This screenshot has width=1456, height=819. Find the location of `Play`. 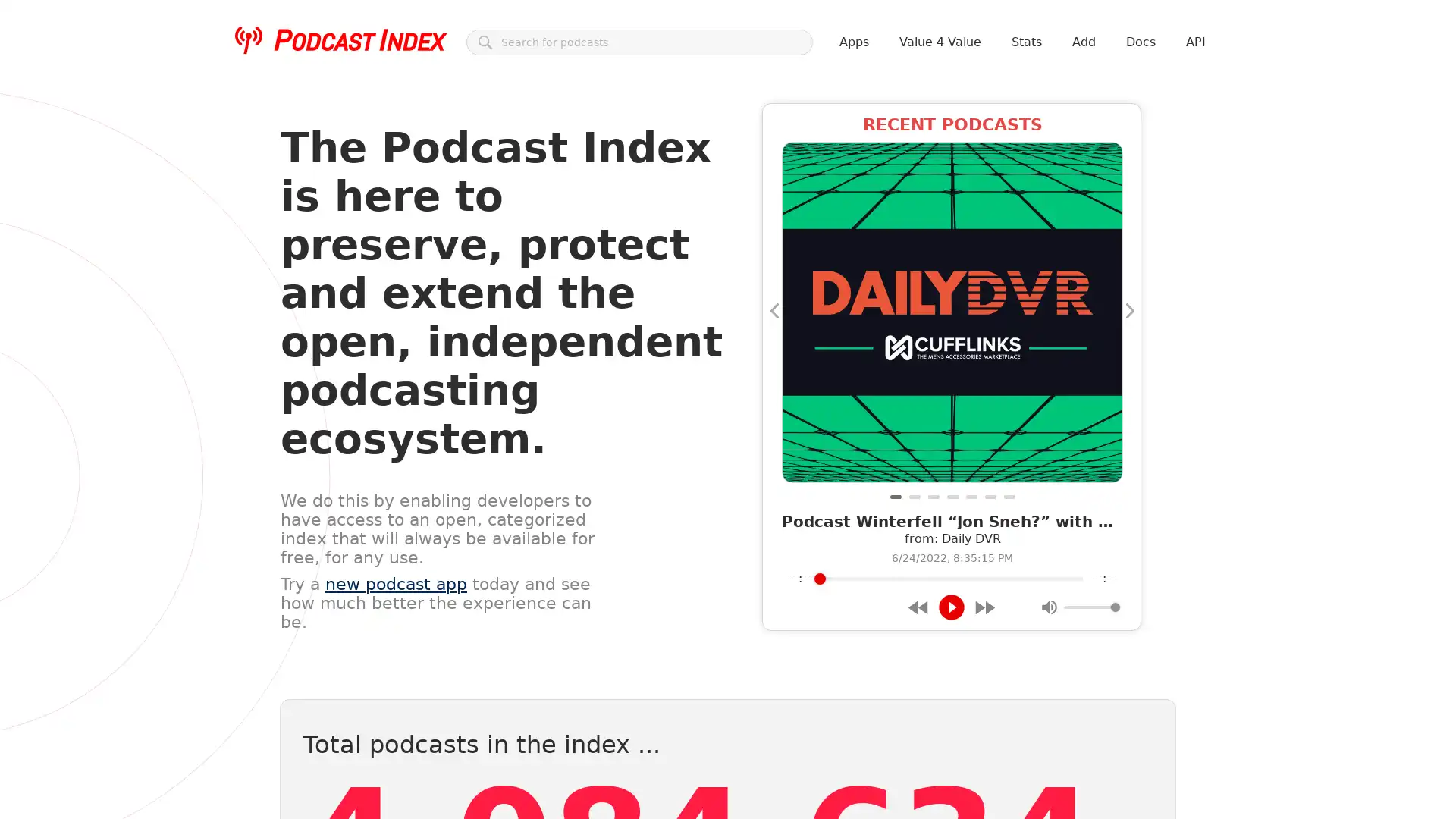

Play is located at coordinates (950, 607).